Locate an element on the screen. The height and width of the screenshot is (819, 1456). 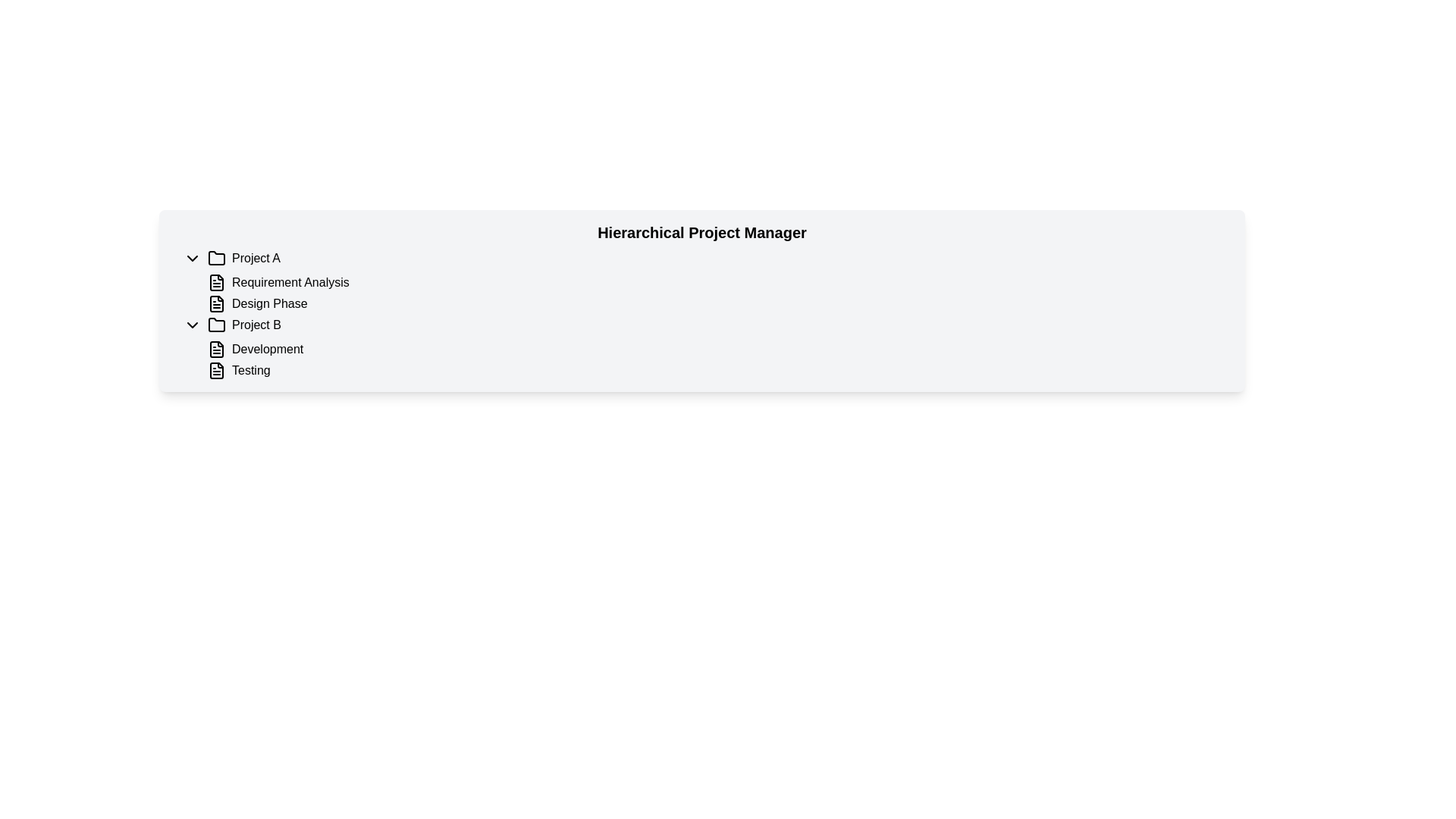
the Folder icon representing 'Project A' to show the context menu is located at coordinates (216, 257).